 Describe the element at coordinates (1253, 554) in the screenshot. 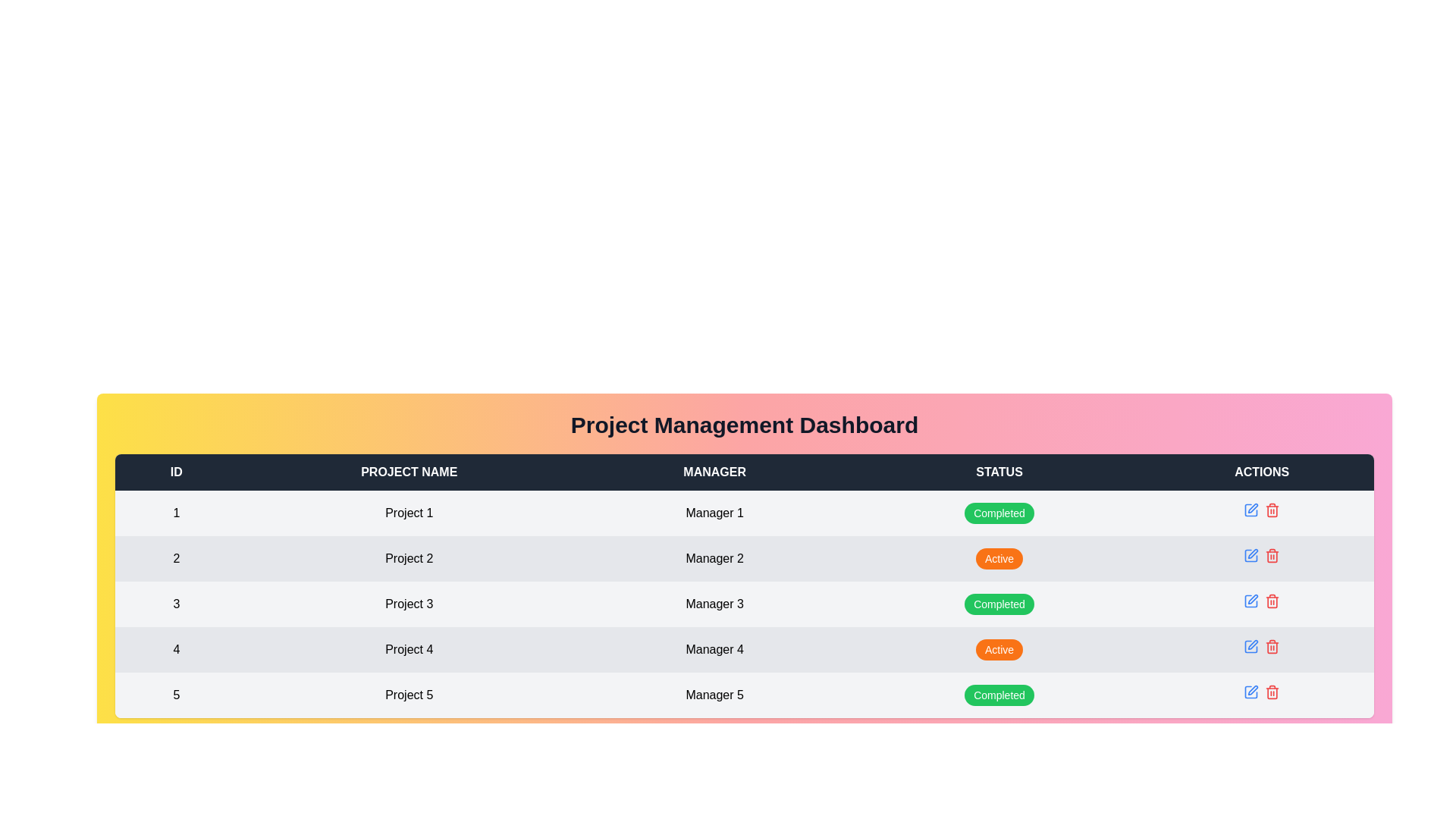

I see `the edit icon button located in the 'Actions' column of the third row of the table` at that location.